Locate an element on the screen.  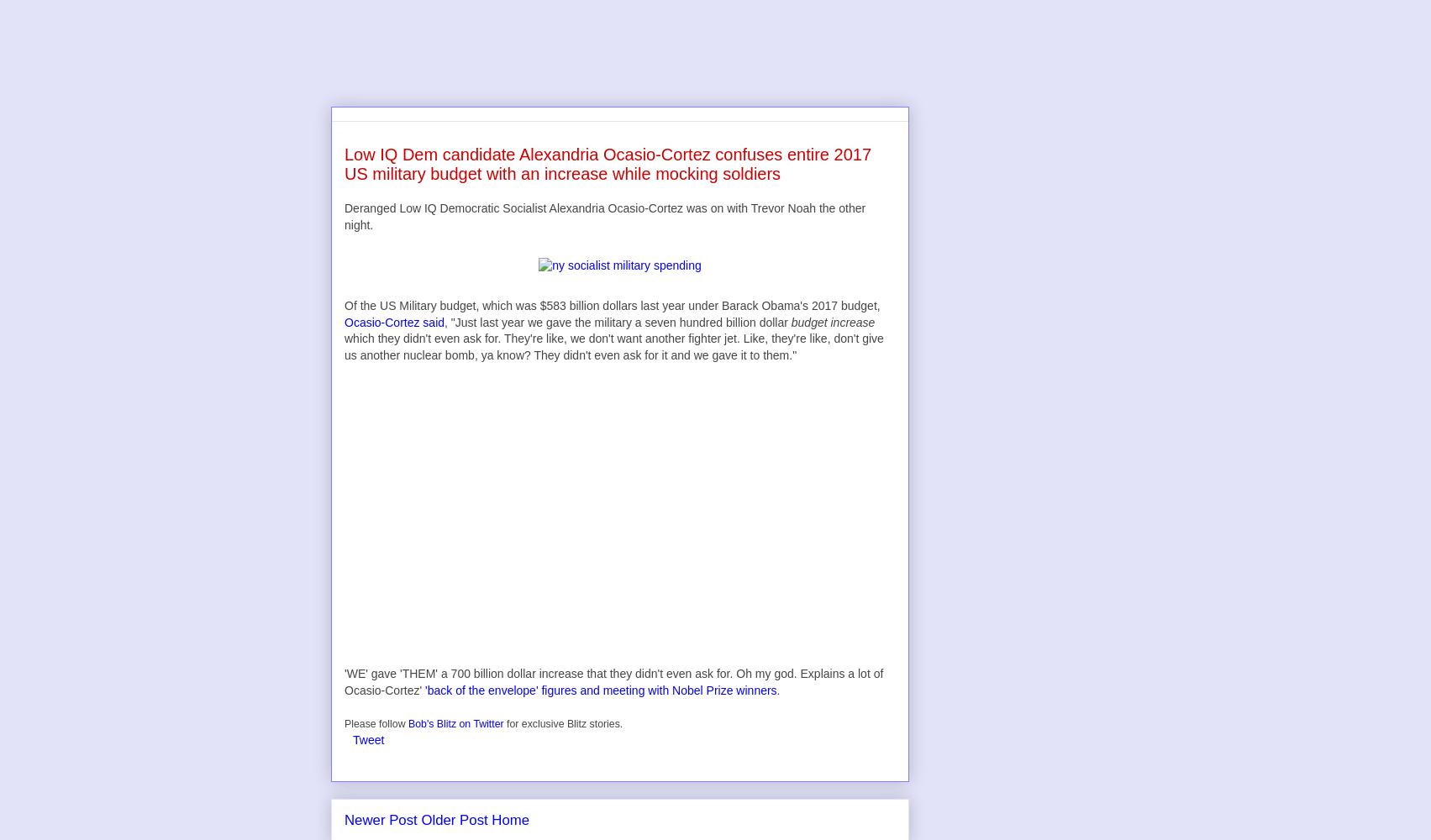
'Ocasio-Cortez said' is located at coordinates (345, 322).